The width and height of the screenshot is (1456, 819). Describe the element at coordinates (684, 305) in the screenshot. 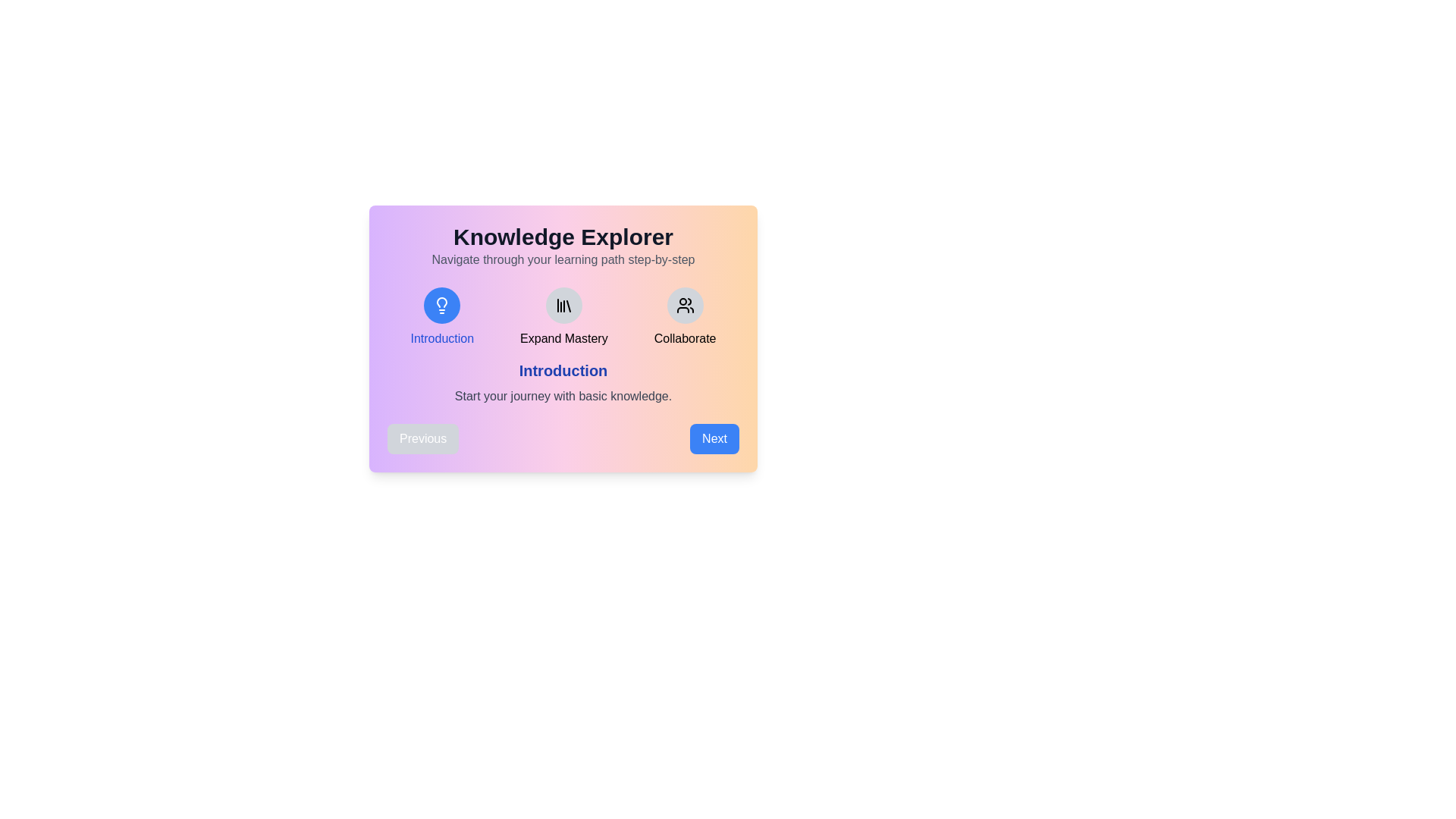

I see `the icon representing the step Collaborate` at that location.